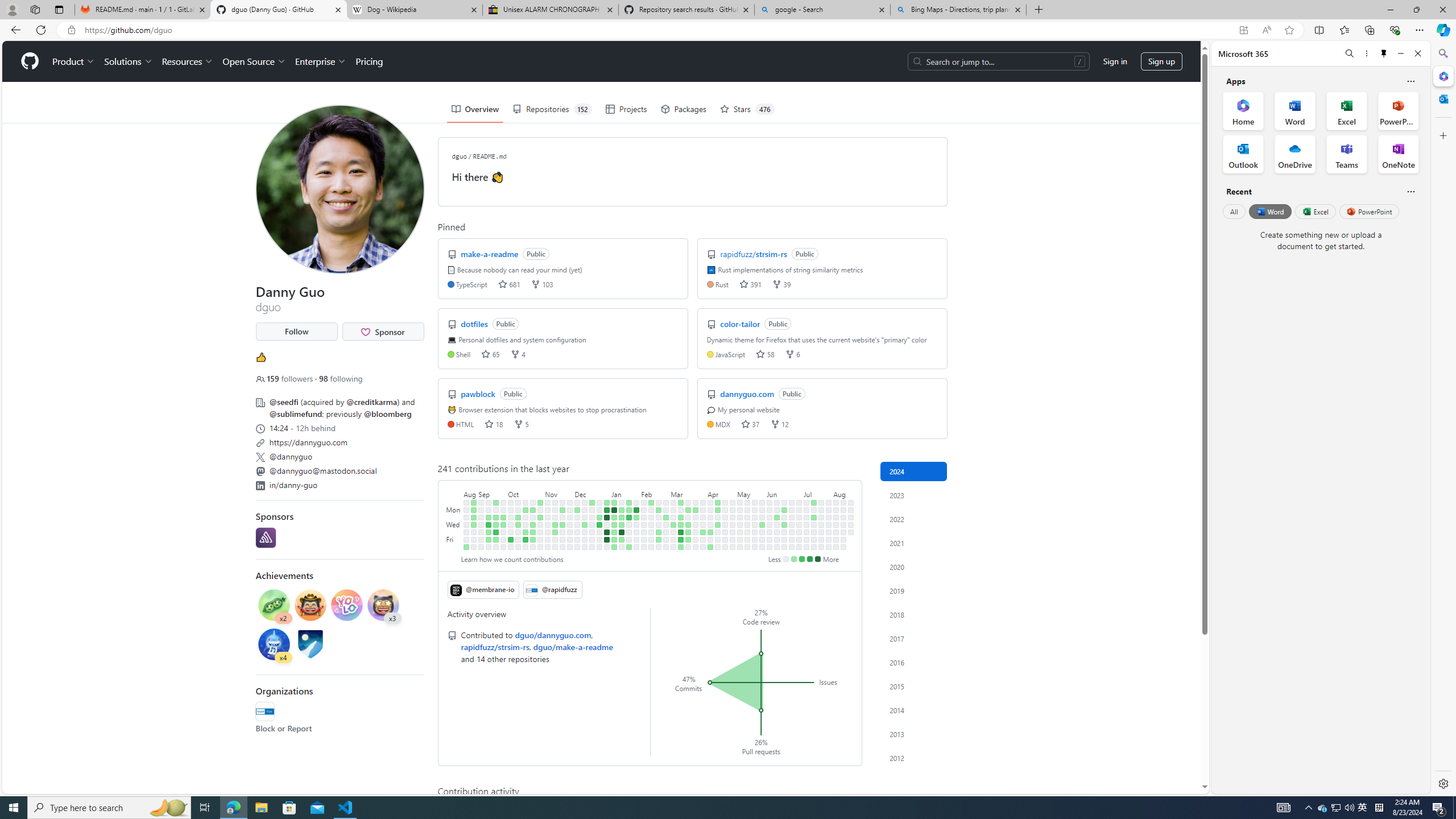 Image resolution: width=1456 pixels, height=819 pixels. I want to click on 'No contributions on May 12th.', so click(747, 502).